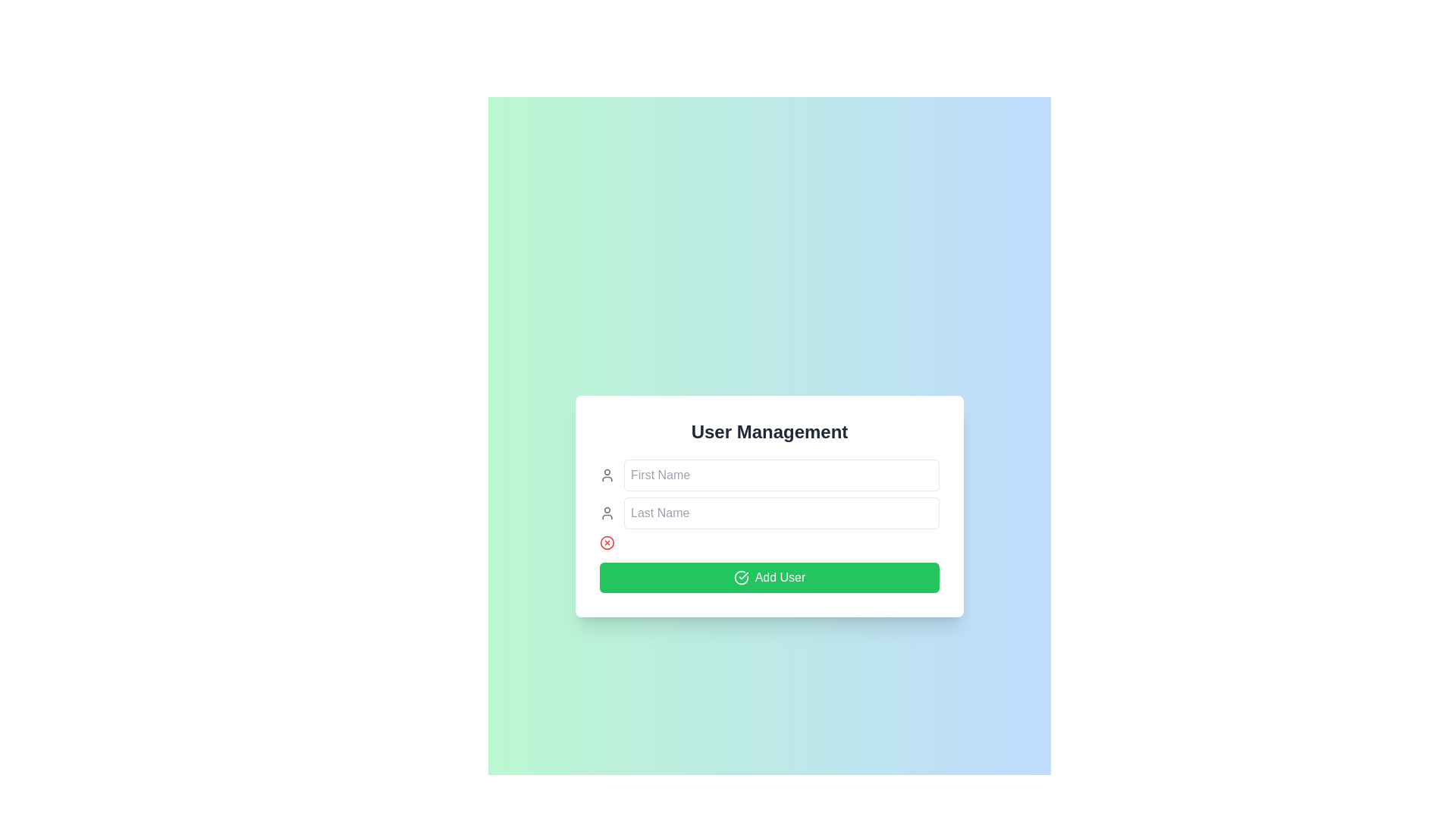  I want to click on the user icon represented by an outline of a person, located at the upper left of the 'First Name' input field, so click(607, 513).